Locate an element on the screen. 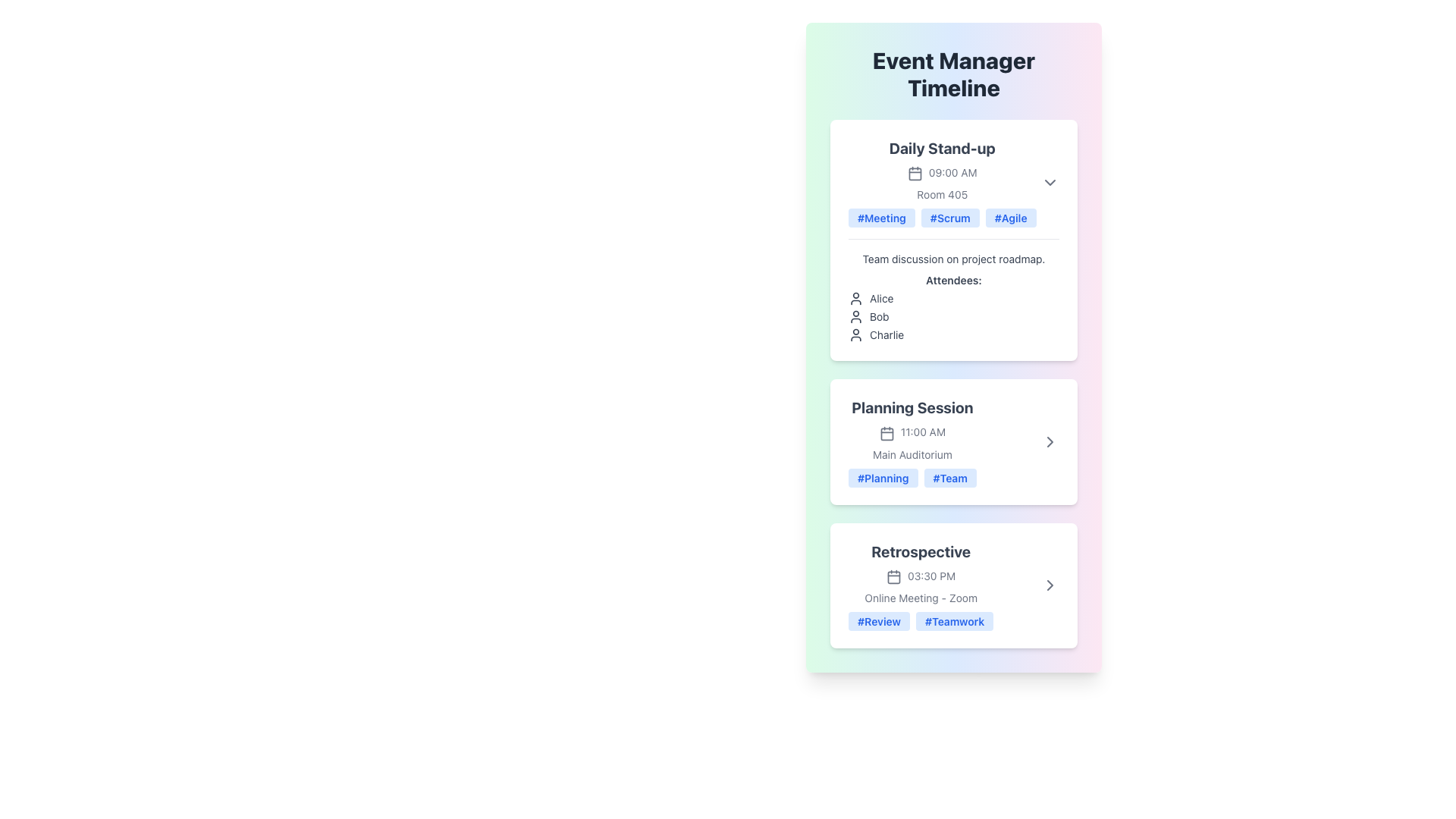  the Tag List containing the tags '#Meeting', '#Scrum', and '#Agile', located in the lower section of the 'Daily Stand-up' card, just above the meeting purpose text is located at coordinates (941, 218).